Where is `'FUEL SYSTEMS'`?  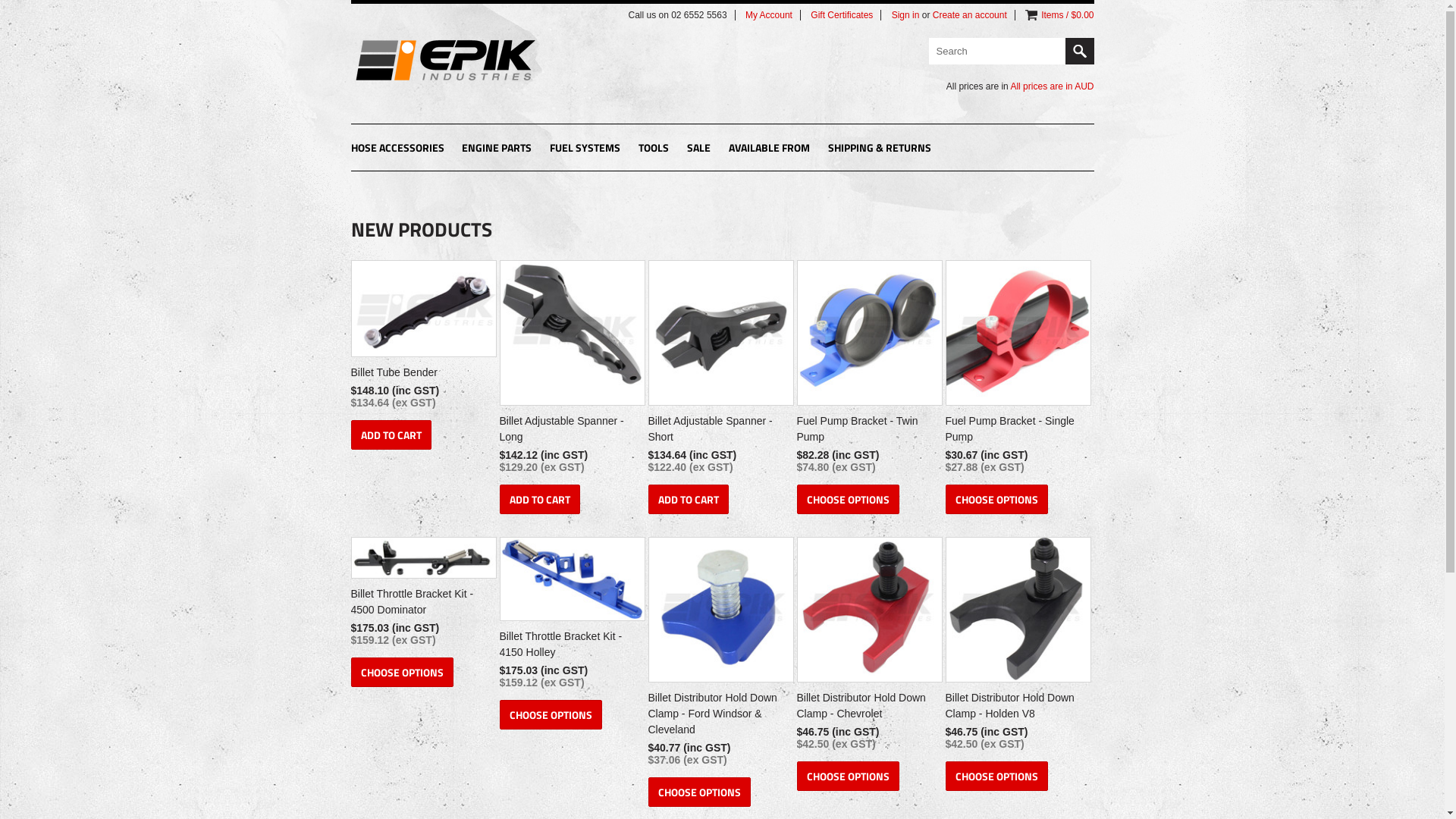
'FUEL SYSTEMS' is located at coordinates (584, 149).